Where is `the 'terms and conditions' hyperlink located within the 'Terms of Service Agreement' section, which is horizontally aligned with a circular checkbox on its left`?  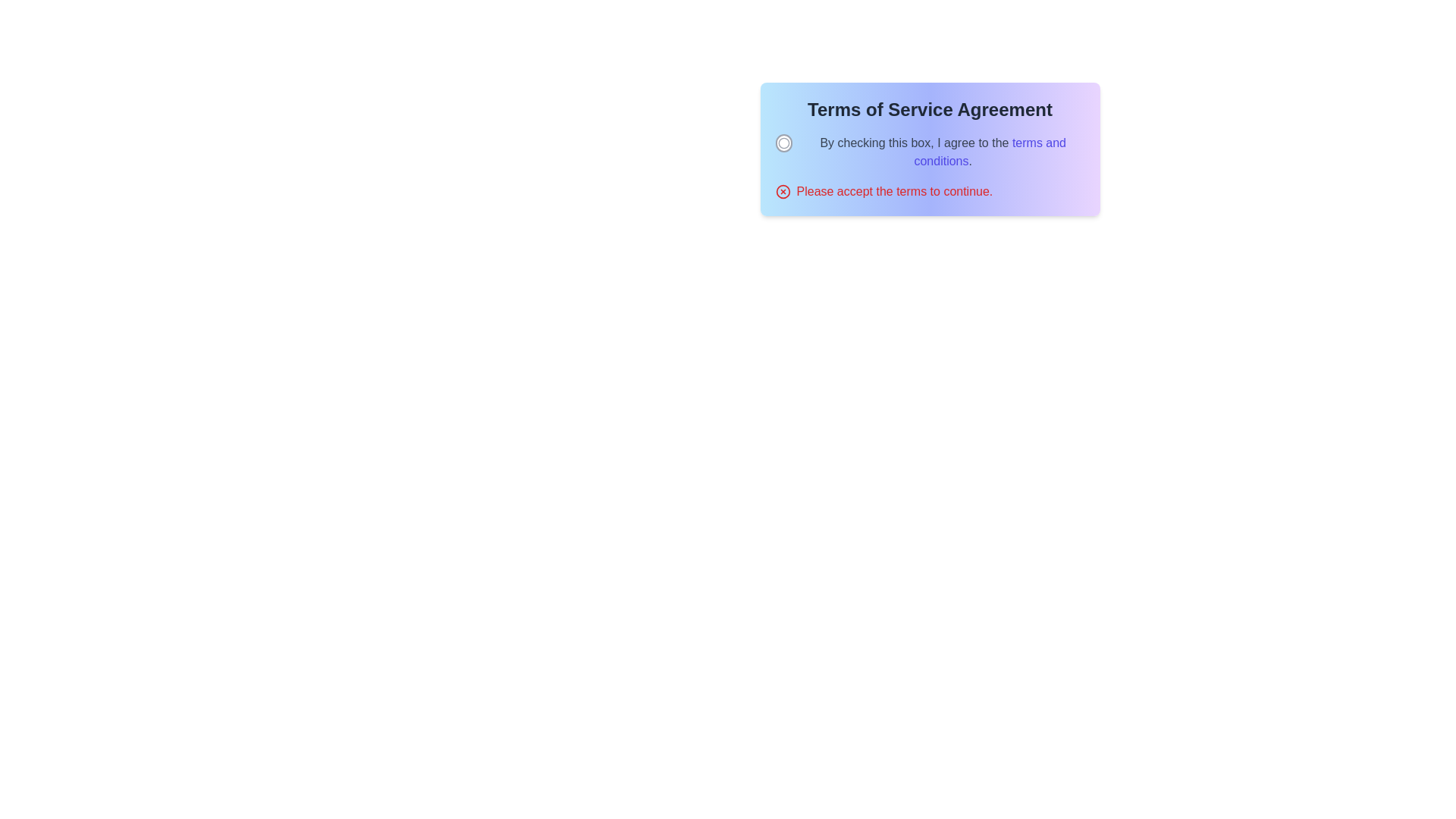 the 'terms and conditions' hyperlink located within the 'Terms of Service Agreement' section, which is horizontally aligned with a circular checkbox on its left is located at coordinates (942, 152).